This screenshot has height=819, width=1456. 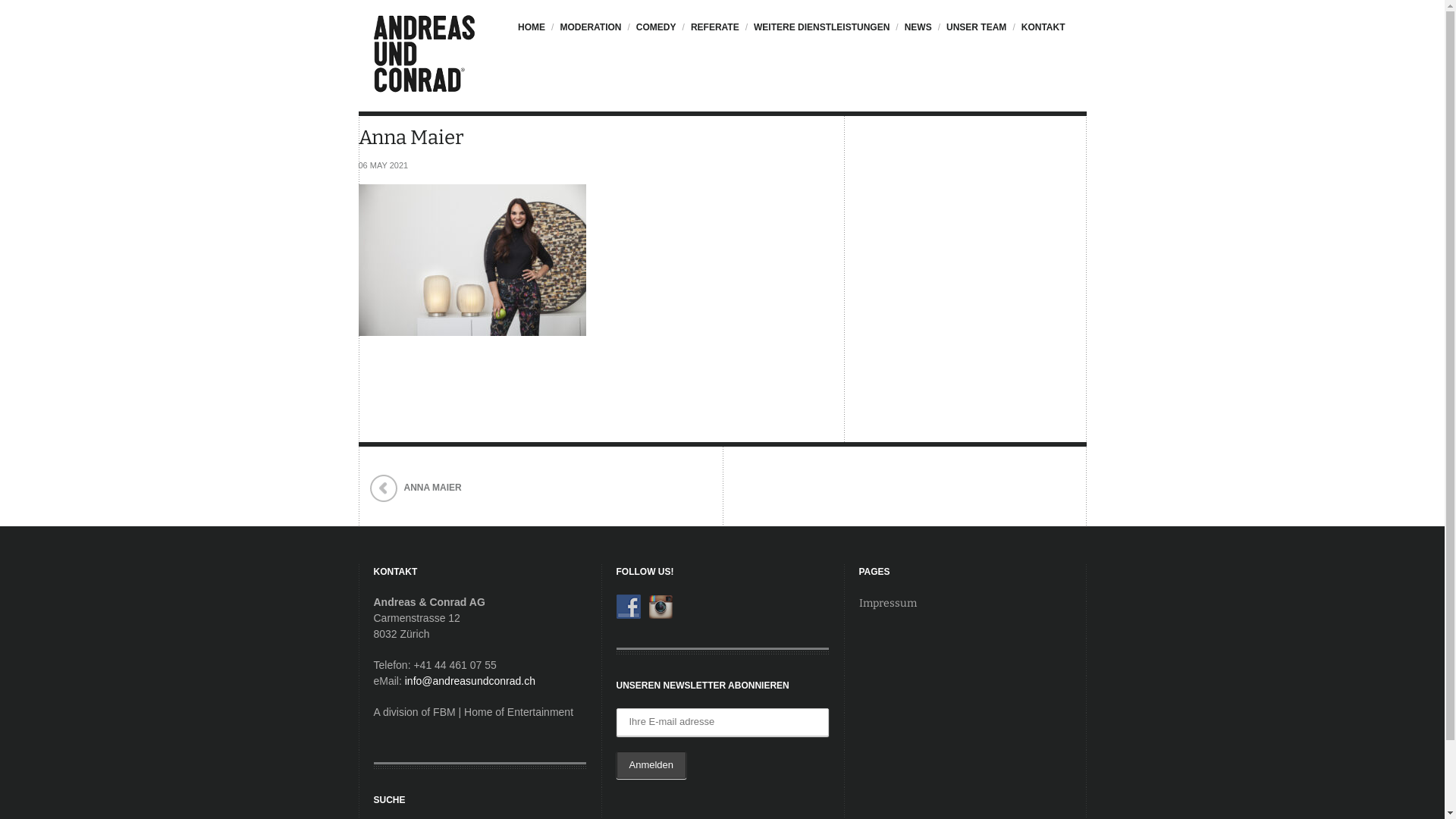 I want to click on 'NEWS', so click(x=915, y=34).